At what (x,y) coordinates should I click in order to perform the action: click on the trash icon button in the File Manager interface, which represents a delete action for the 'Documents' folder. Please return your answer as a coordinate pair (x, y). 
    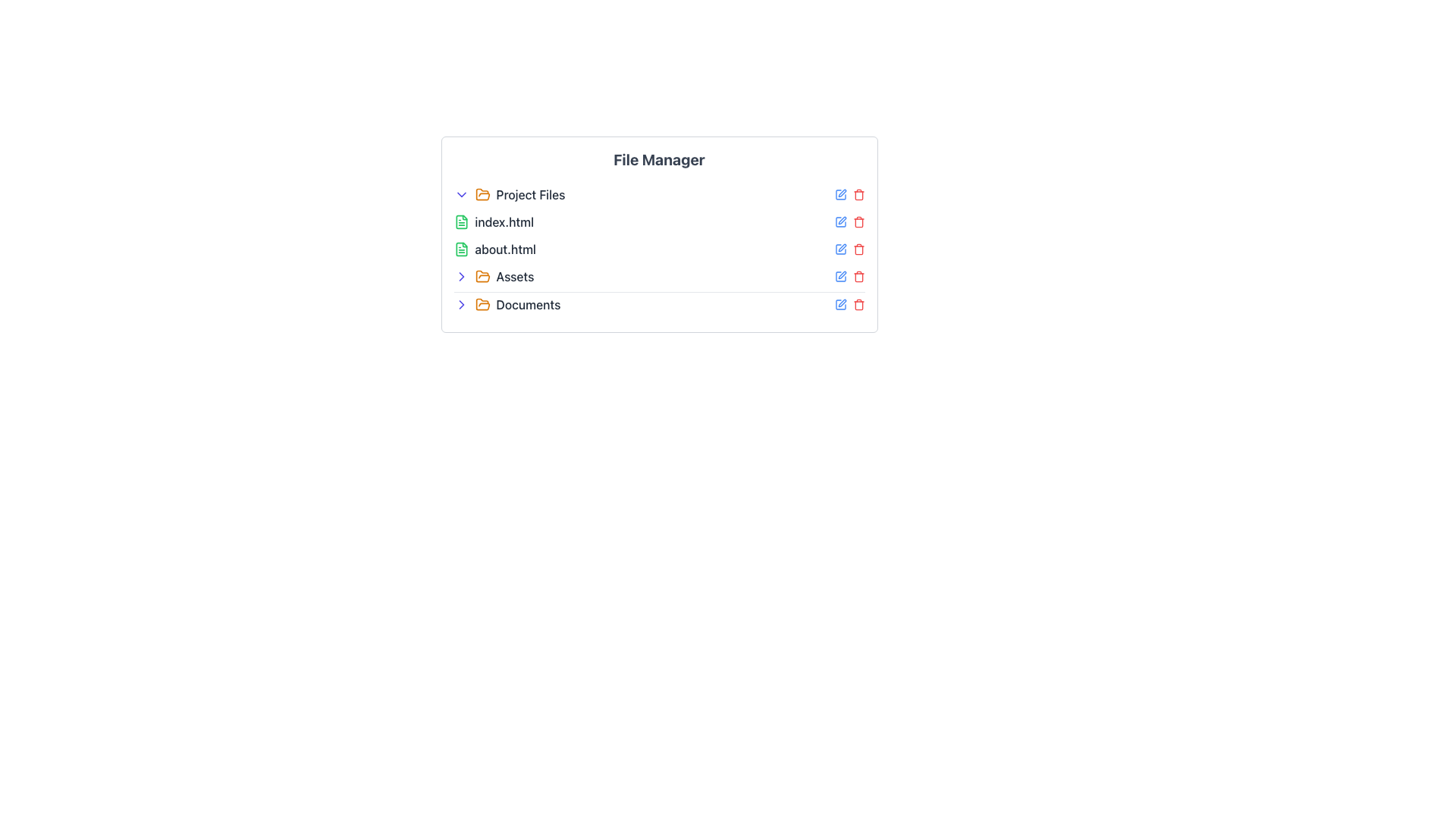
    Looking at the image, I should click on (858, 304).